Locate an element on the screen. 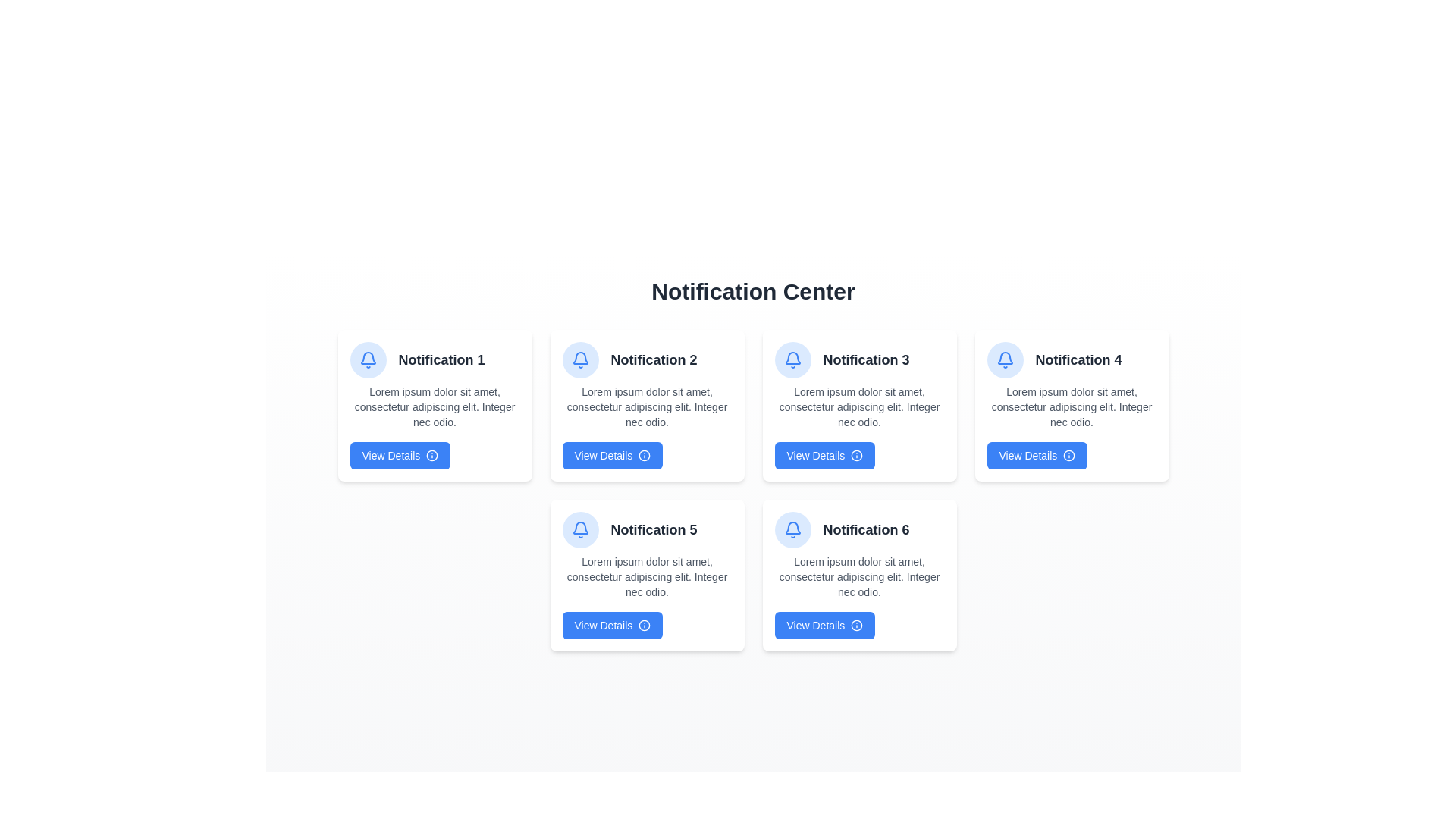 The image size is (1456, 819). the Text label displaying the description 'Lorem ipsum dolor sit amet, consectetur adipiscing elit. Integer nec odio.' located in the second notification card under 'Notification 2' and above 'View Details' is located at coordinates (647, 406).